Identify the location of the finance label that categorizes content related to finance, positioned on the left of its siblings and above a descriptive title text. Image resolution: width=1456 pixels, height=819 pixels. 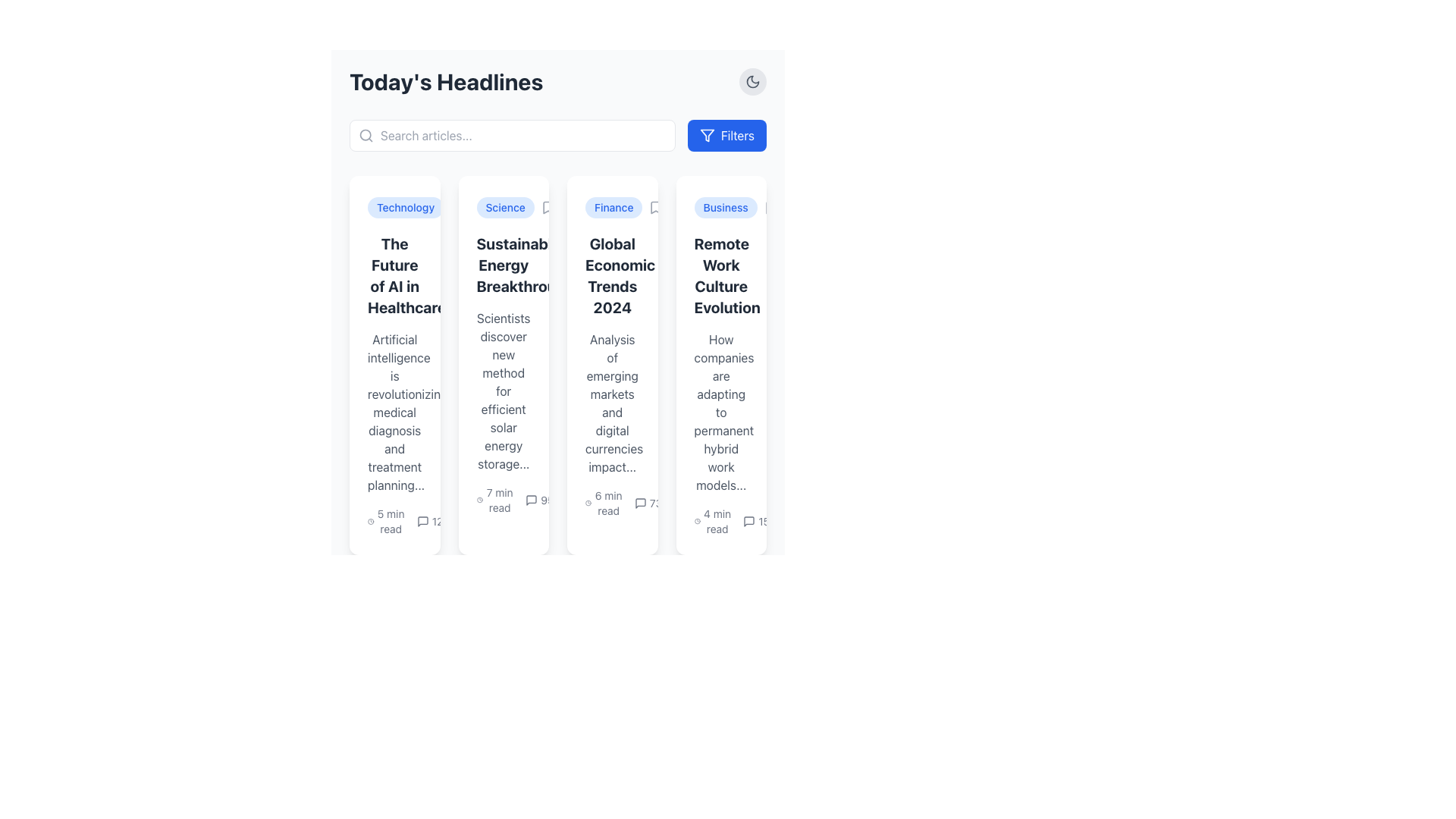
(613, 207).